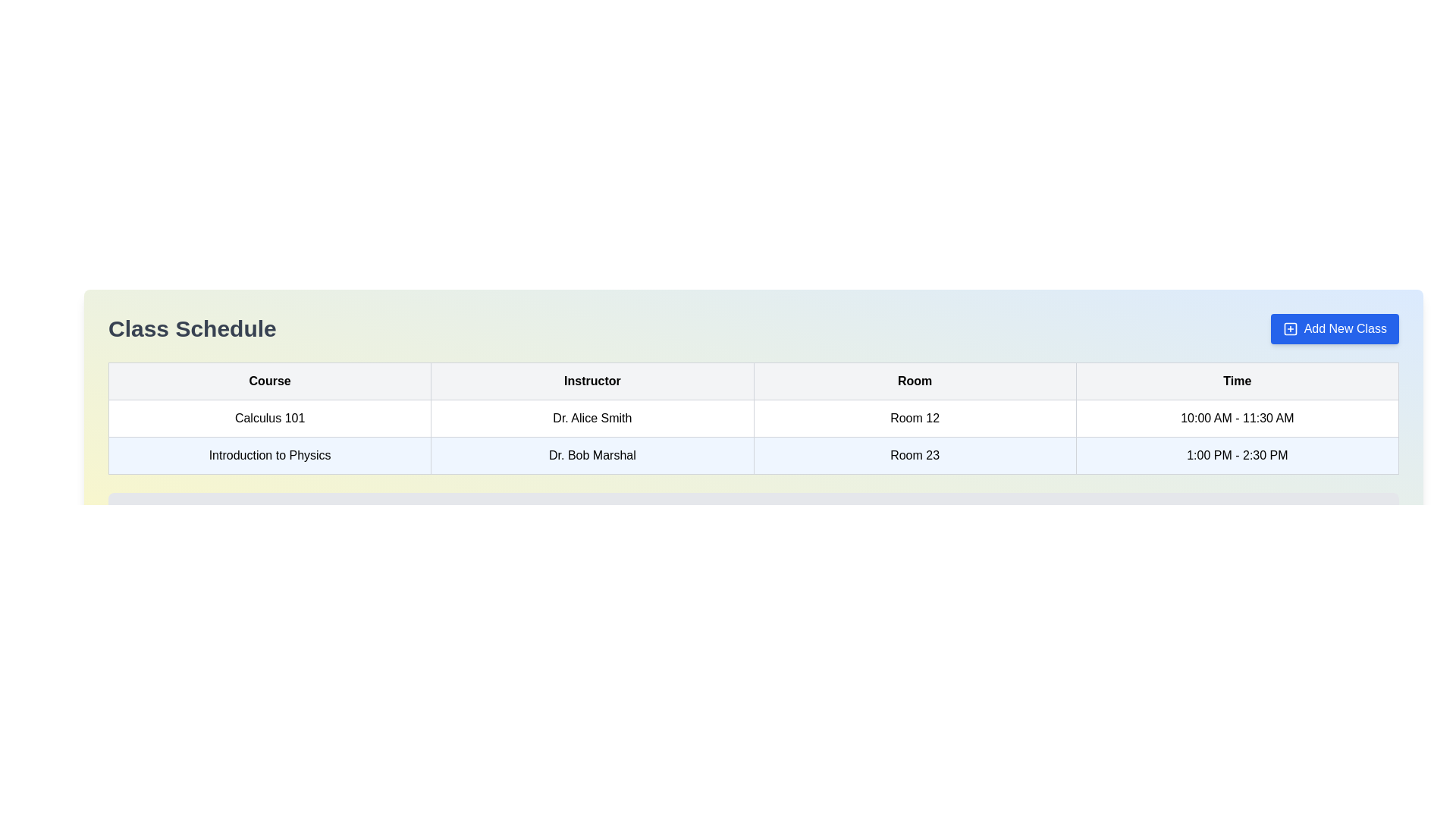 The height and width of the screenshot is (819, 1456). I want to click on the blue square icon with rounded edges containing a thin cross, located within the 'Add New Class' button in the top-right corner of the table interface, so click(1289, 328).